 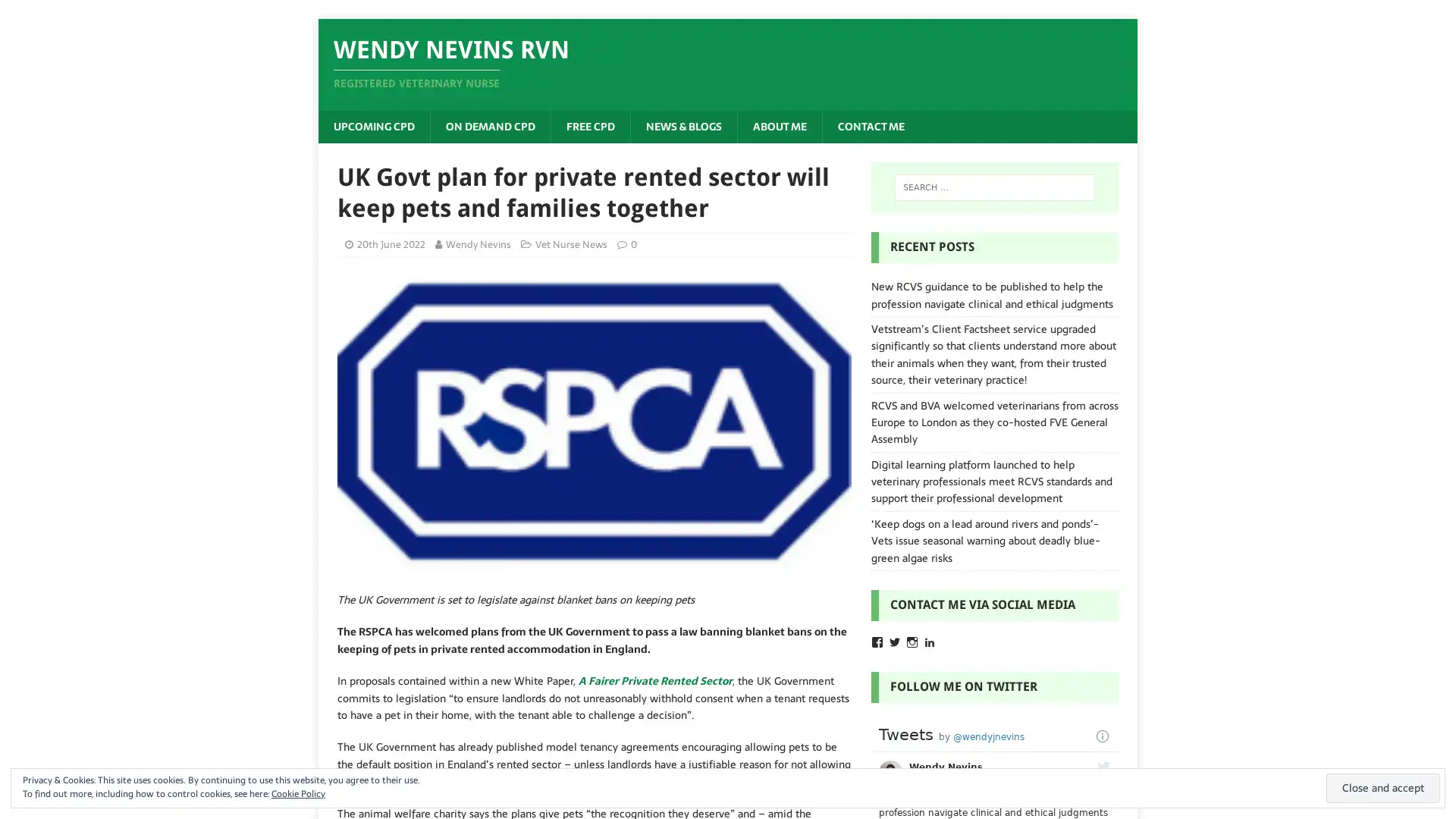 I want to click on Close and accept, so click(x=1383, y=787).